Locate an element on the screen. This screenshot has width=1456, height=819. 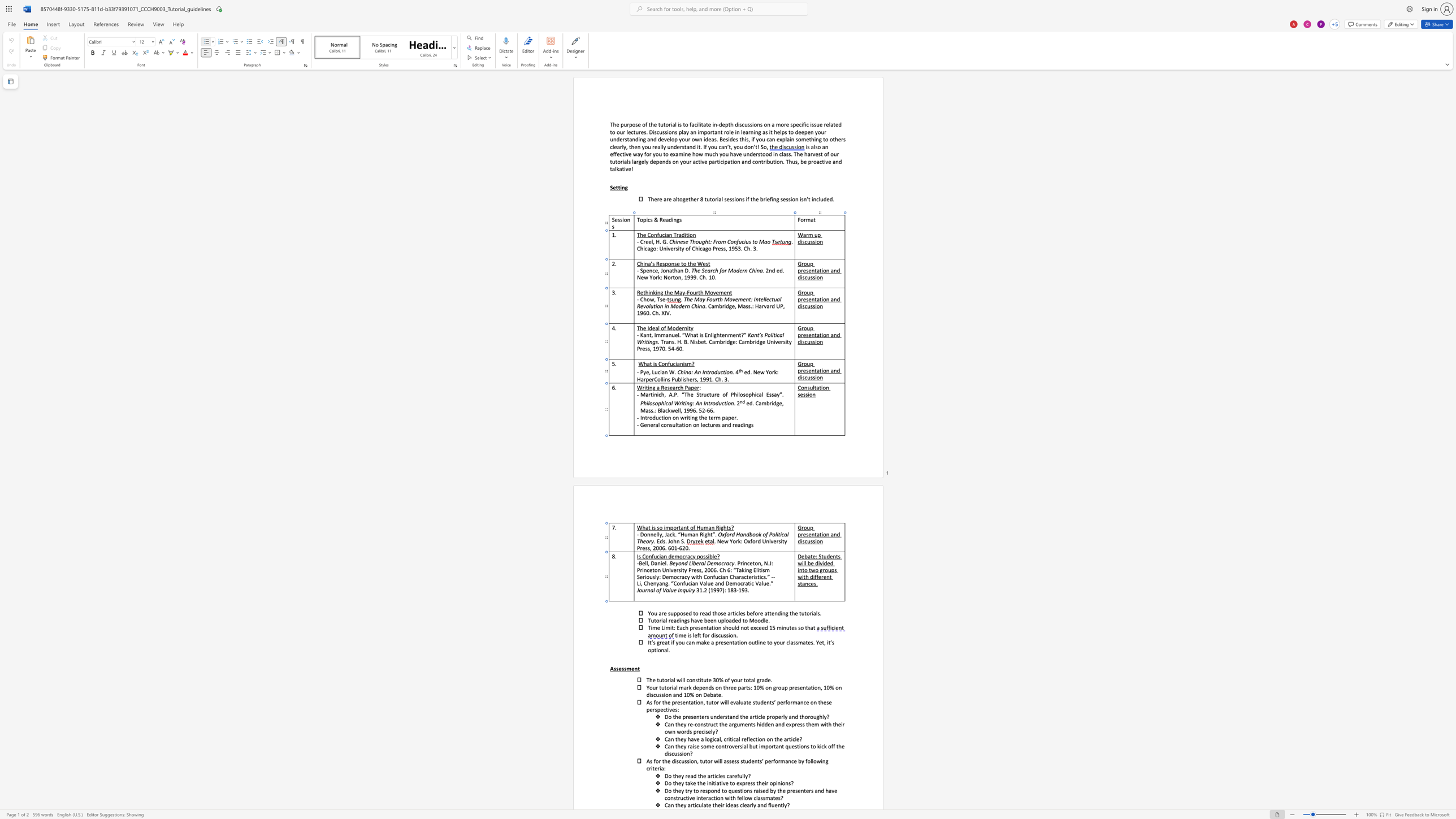
the space between the continuous character "e" and "y" in the text is located at coordinates (683, 746).